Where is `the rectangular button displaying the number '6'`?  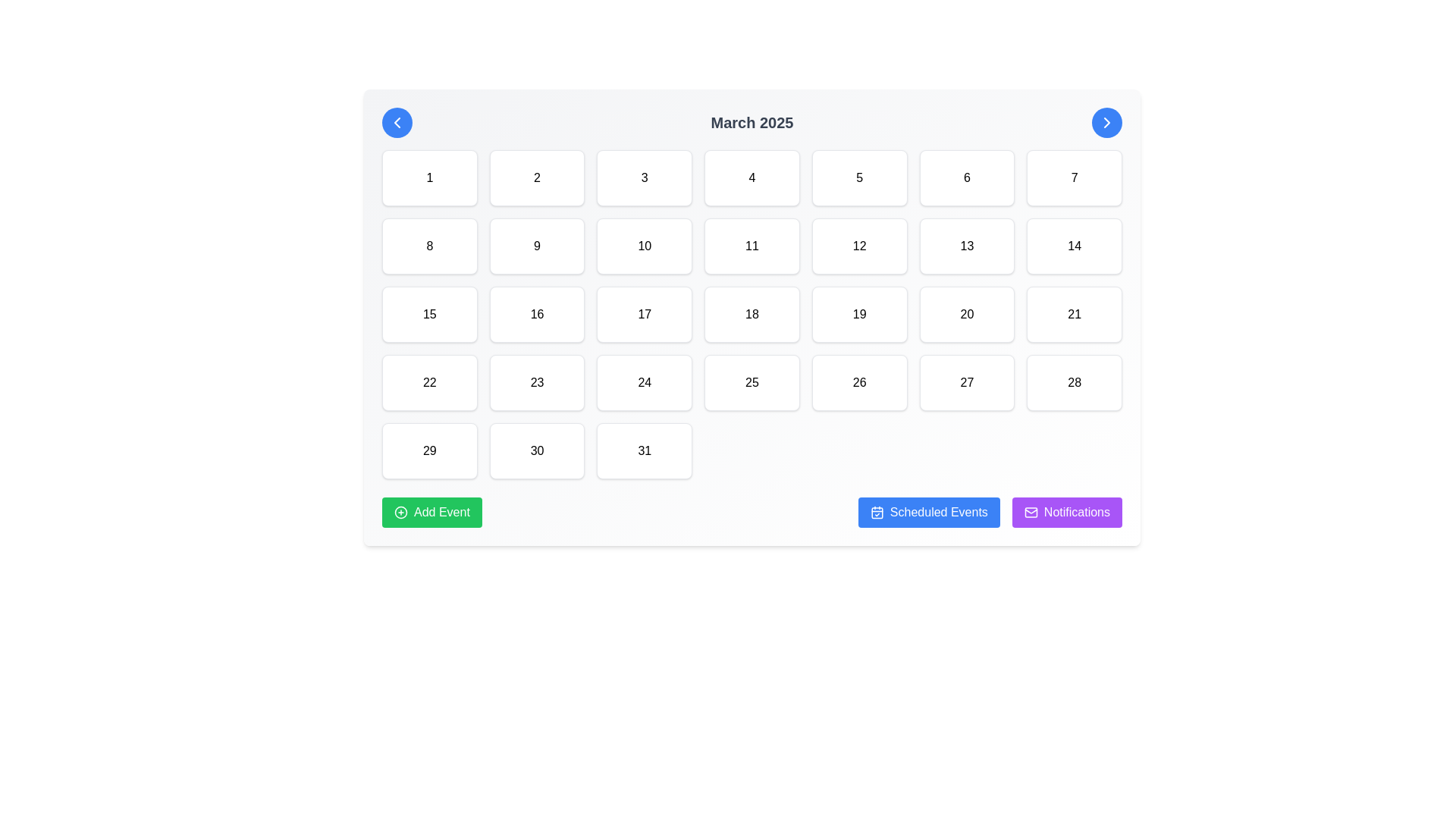 the rectangular button displaying the number '6' is located at coordinates (966, 177).